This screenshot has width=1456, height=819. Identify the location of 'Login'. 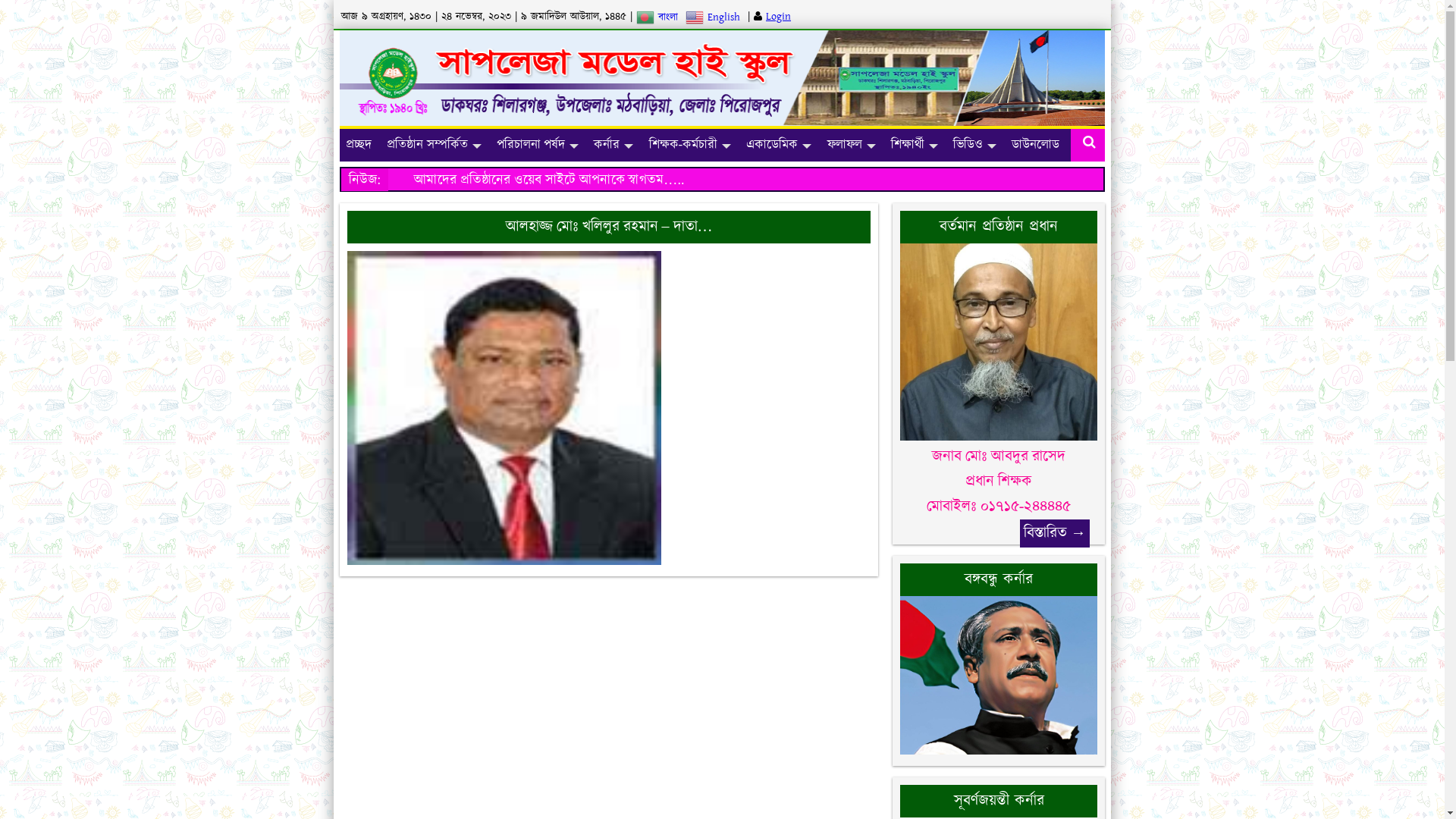
(765, 17).